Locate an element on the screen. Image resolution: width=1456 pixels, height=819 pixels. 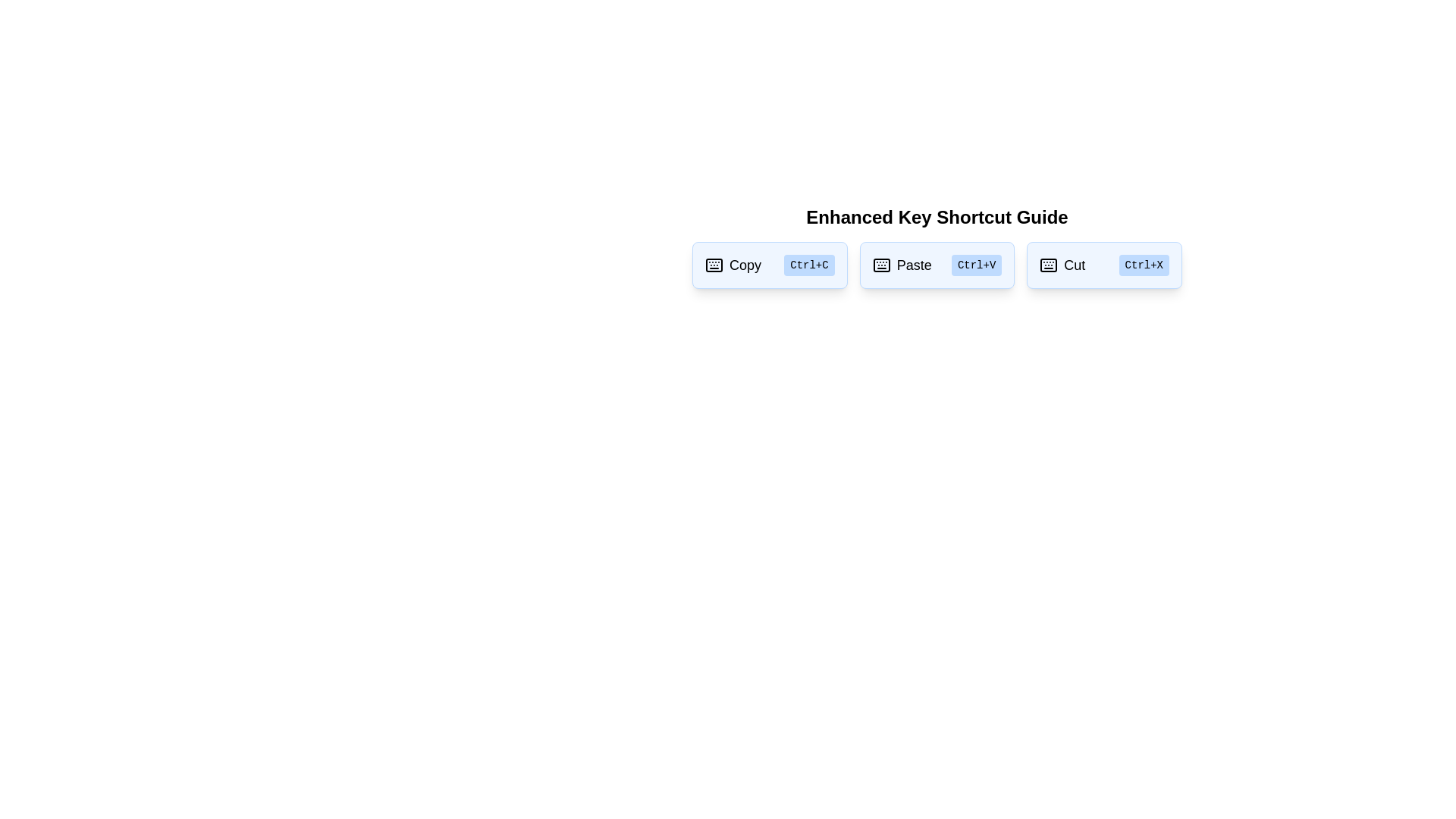
the 'Paste' text label with the associated keyboard icon, which is the second element in a horizontal row of similar elements, visually aligned centrally within its light blue rounded background is located at coordinates (902, 265).